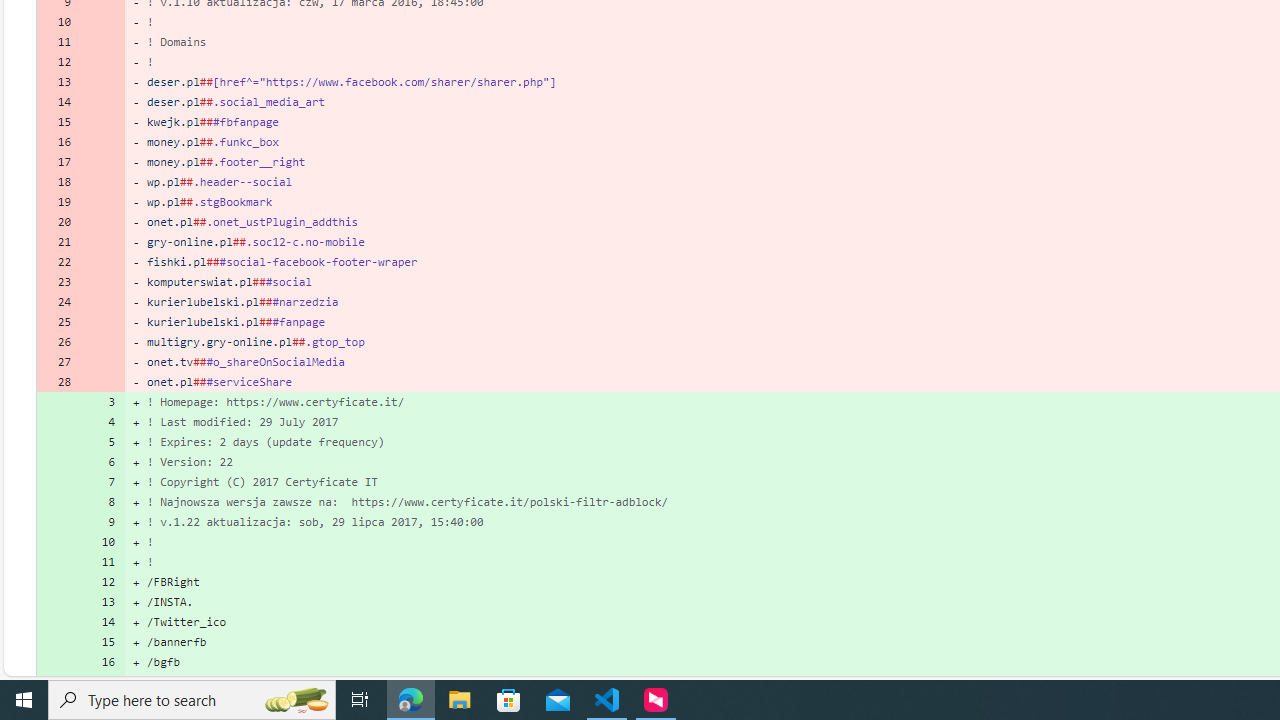 Image resolution: width=1280 pixels, height=720 pixels. I want to click on '18', so click(58, 182).